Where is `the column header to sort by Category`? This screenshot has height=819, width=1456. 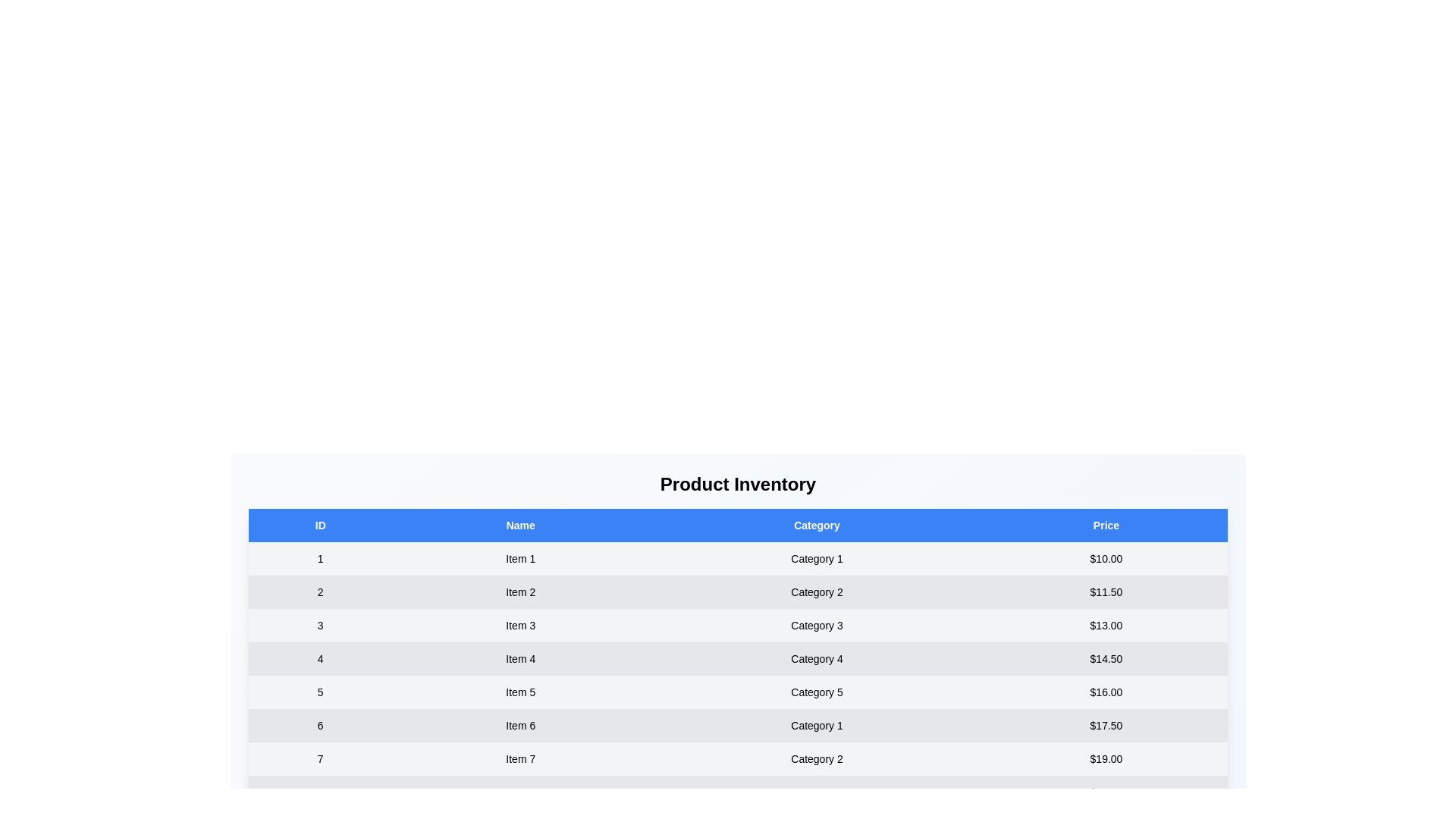 the column header to sort by Category is located at coordinates (816, 525).